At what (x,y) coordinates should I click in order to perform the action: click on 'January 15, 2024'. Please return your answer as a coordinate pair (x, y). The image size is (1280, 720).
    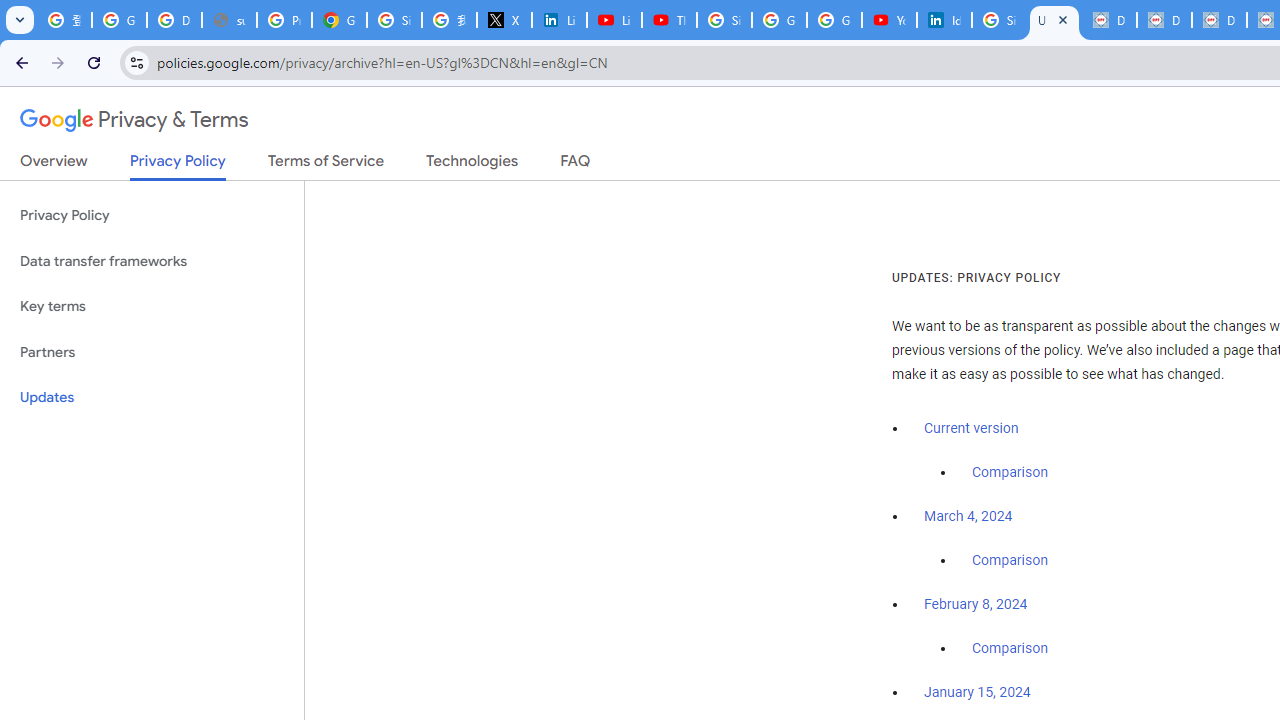
    Looking at the image, I should click on (977, 692).